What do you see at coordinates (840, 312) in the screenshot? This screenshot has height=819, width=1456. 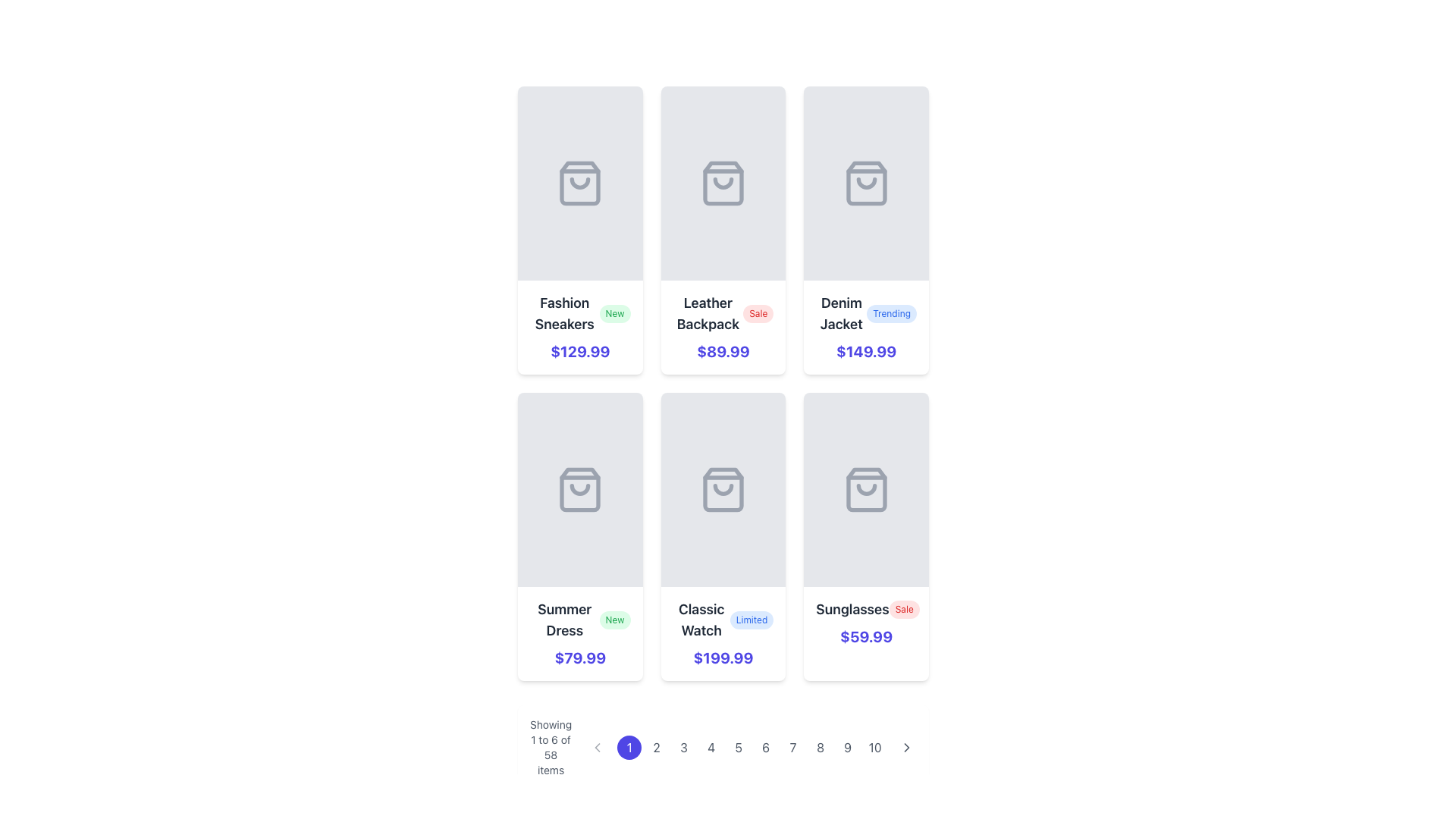 I see `the text element displaying 'Denim Jacket' in bold dark gray color, located in the top row, third column of the product card, just above the price and next to the 'Trending' badge` at bounding box center [840, 312].